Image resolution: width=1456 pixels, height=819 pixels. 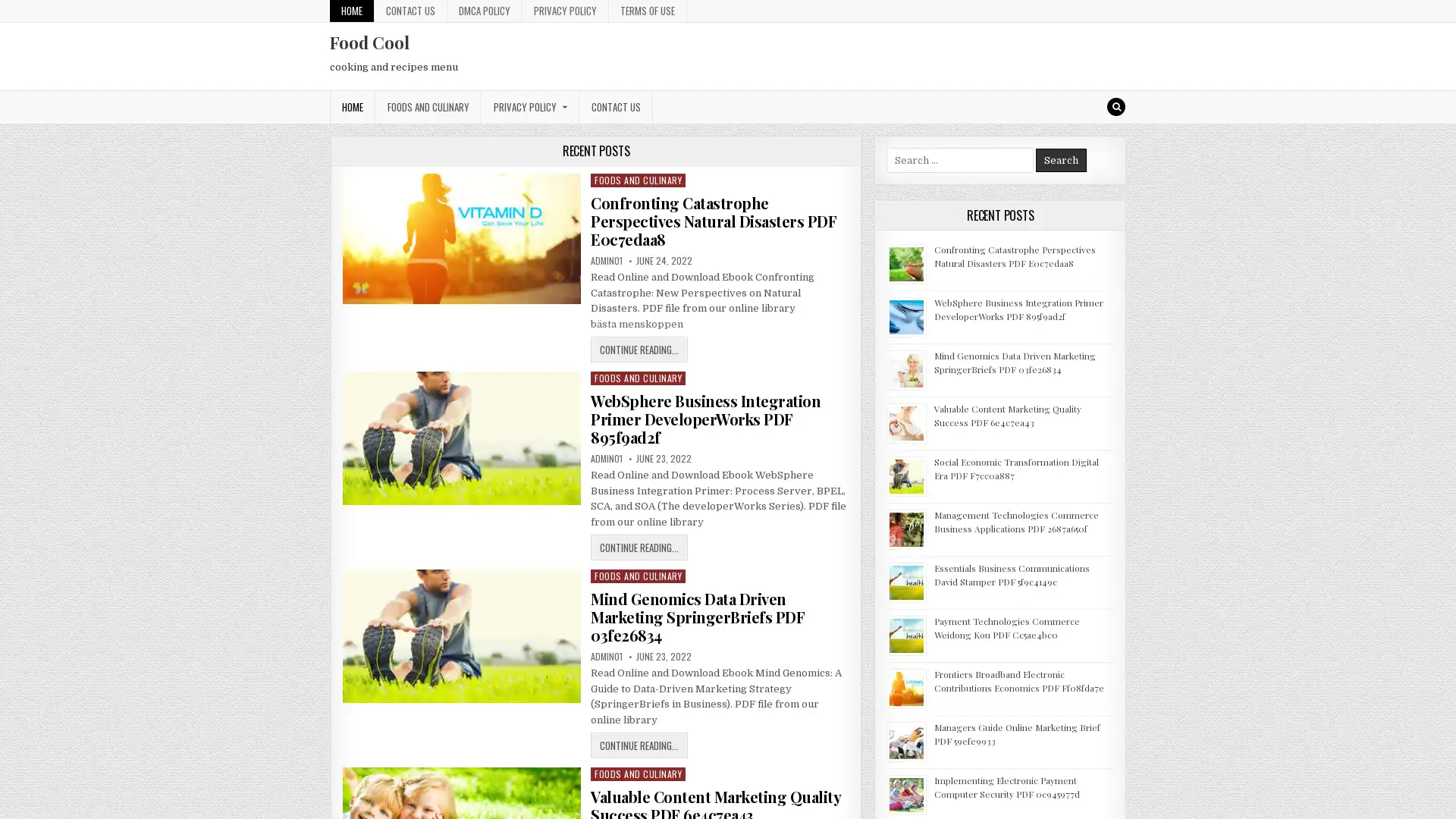 I want to click on Search, so click(x=1060, y=160).